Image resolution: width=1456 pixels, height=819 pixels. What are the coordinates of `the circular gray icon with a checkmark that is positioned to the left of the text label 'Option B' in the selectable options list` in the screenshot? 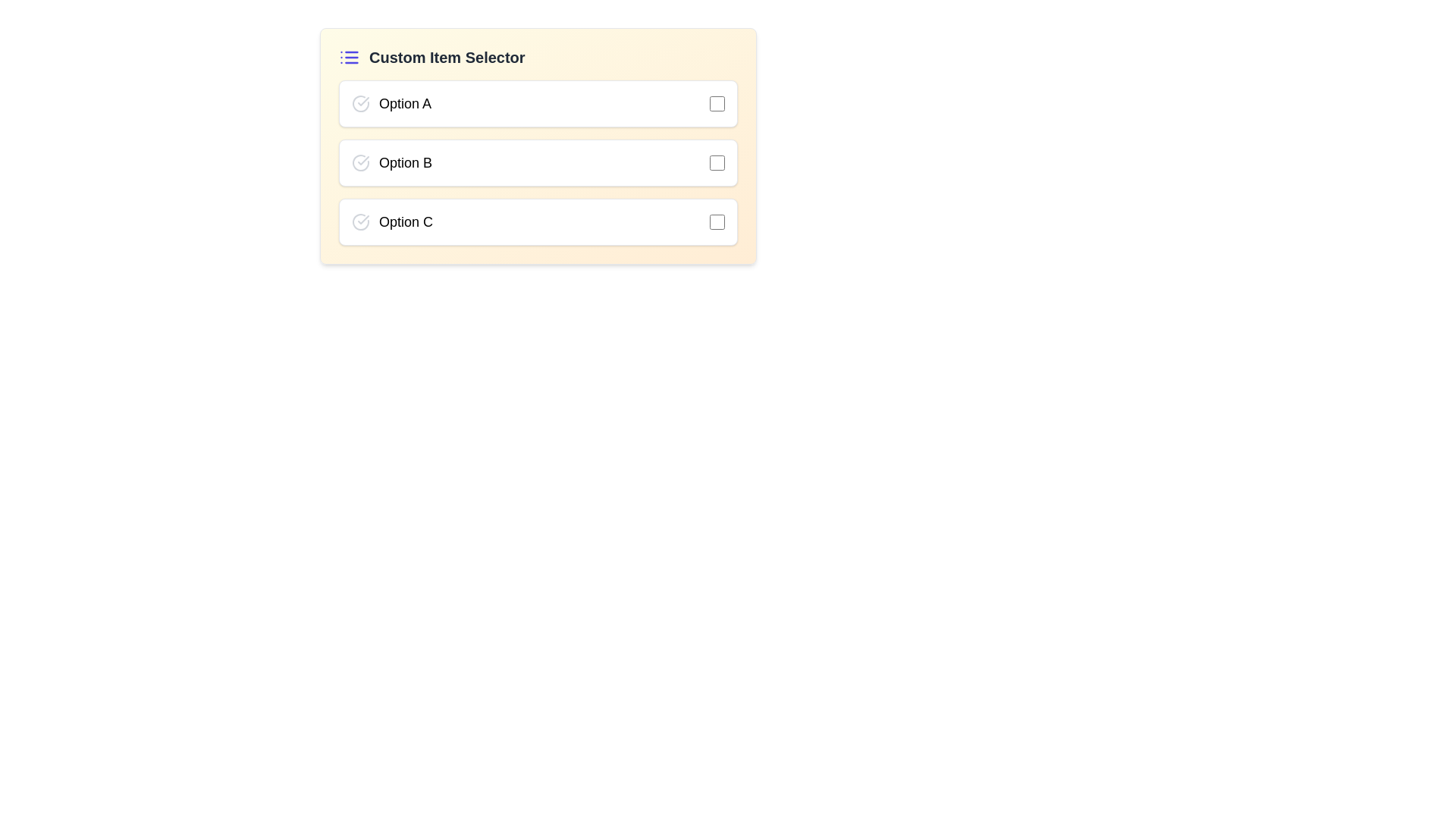 It's located at (359, 163).